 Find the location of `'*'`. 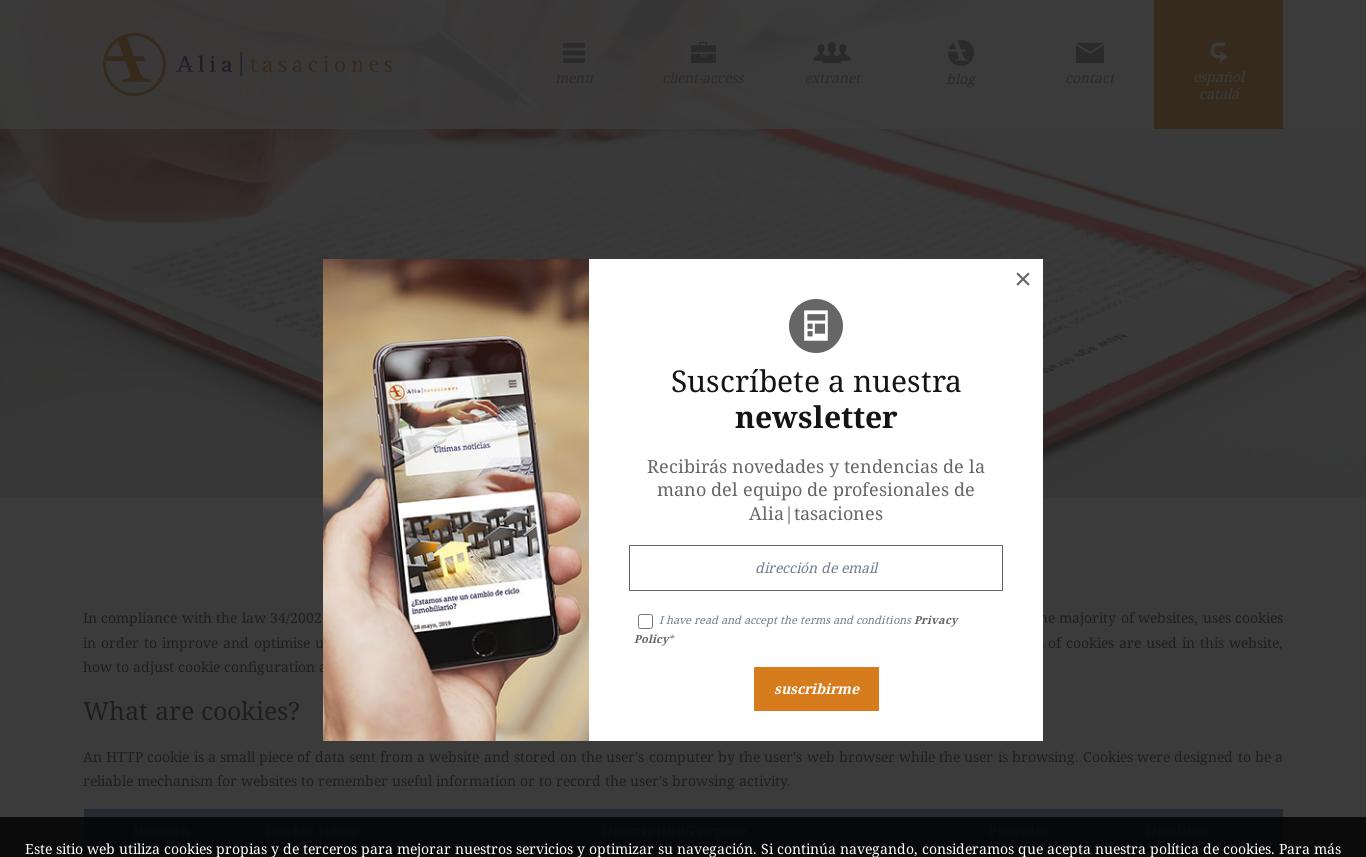

'*' is located at coordinates (669, 638).